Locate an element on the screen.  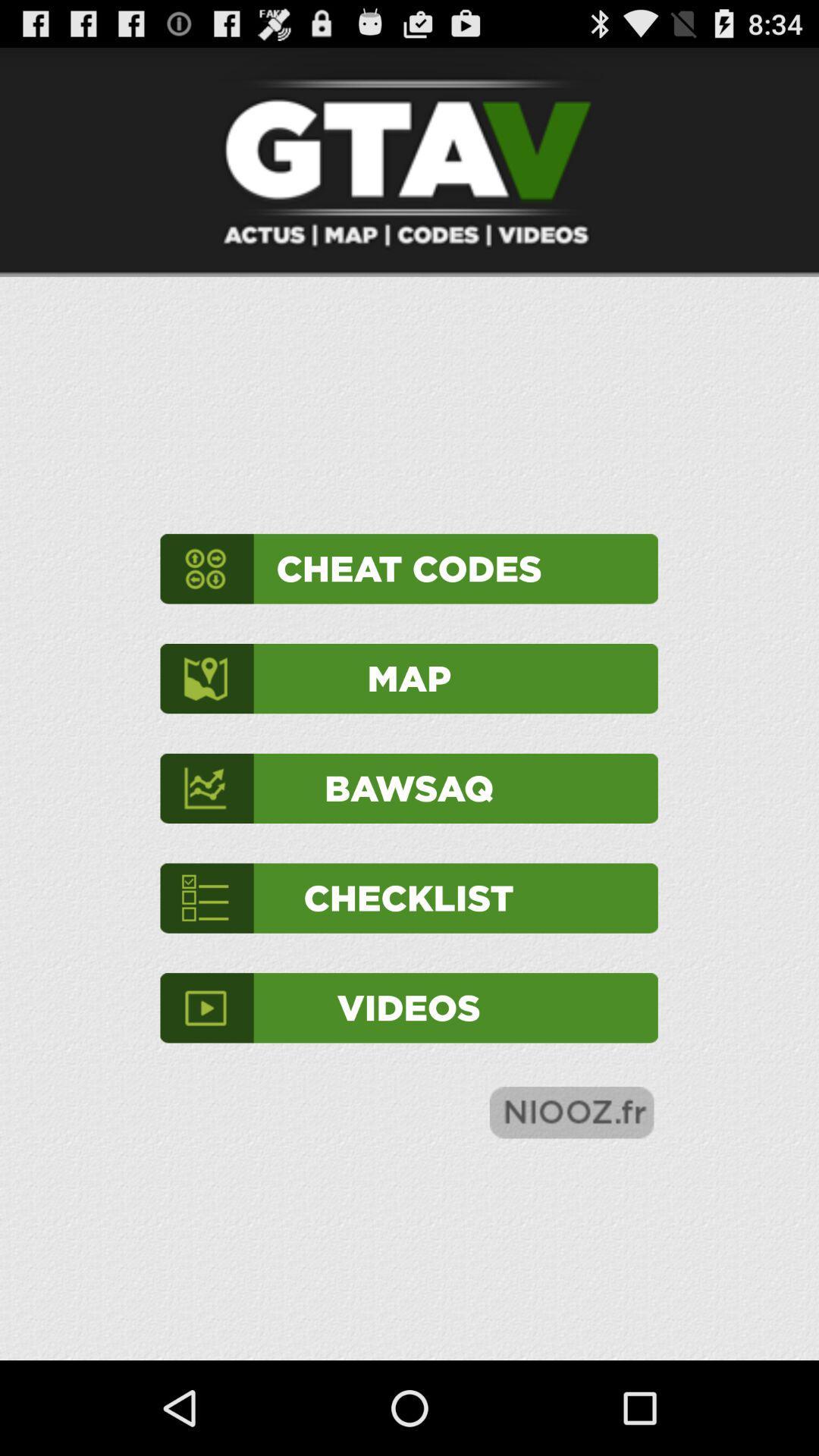
map icon is located at coordinates (408, 678).